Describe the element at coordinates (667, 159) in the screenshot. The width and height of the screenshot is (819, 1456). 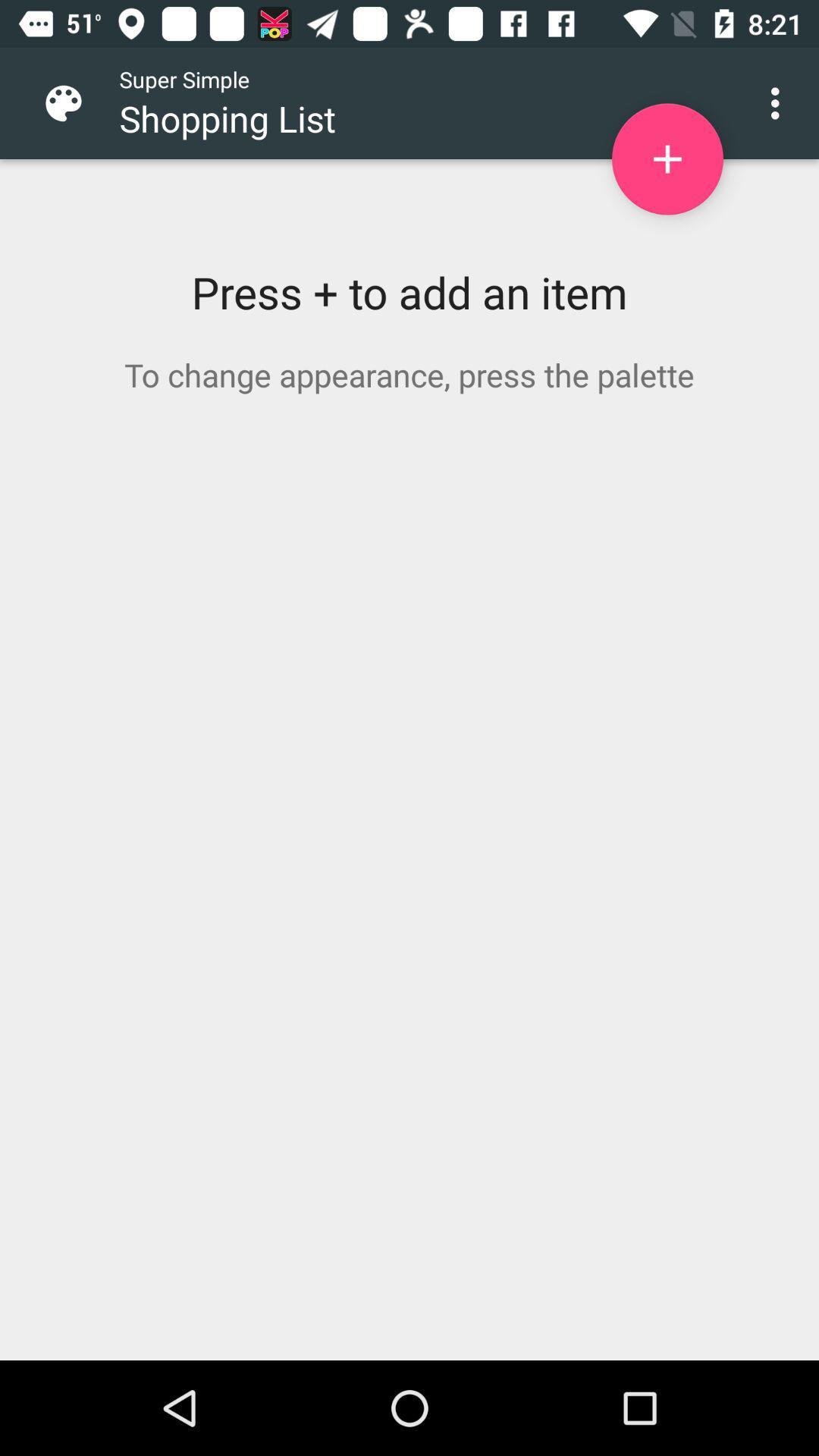
I see `the icon to the right of the shopping list` at that location.